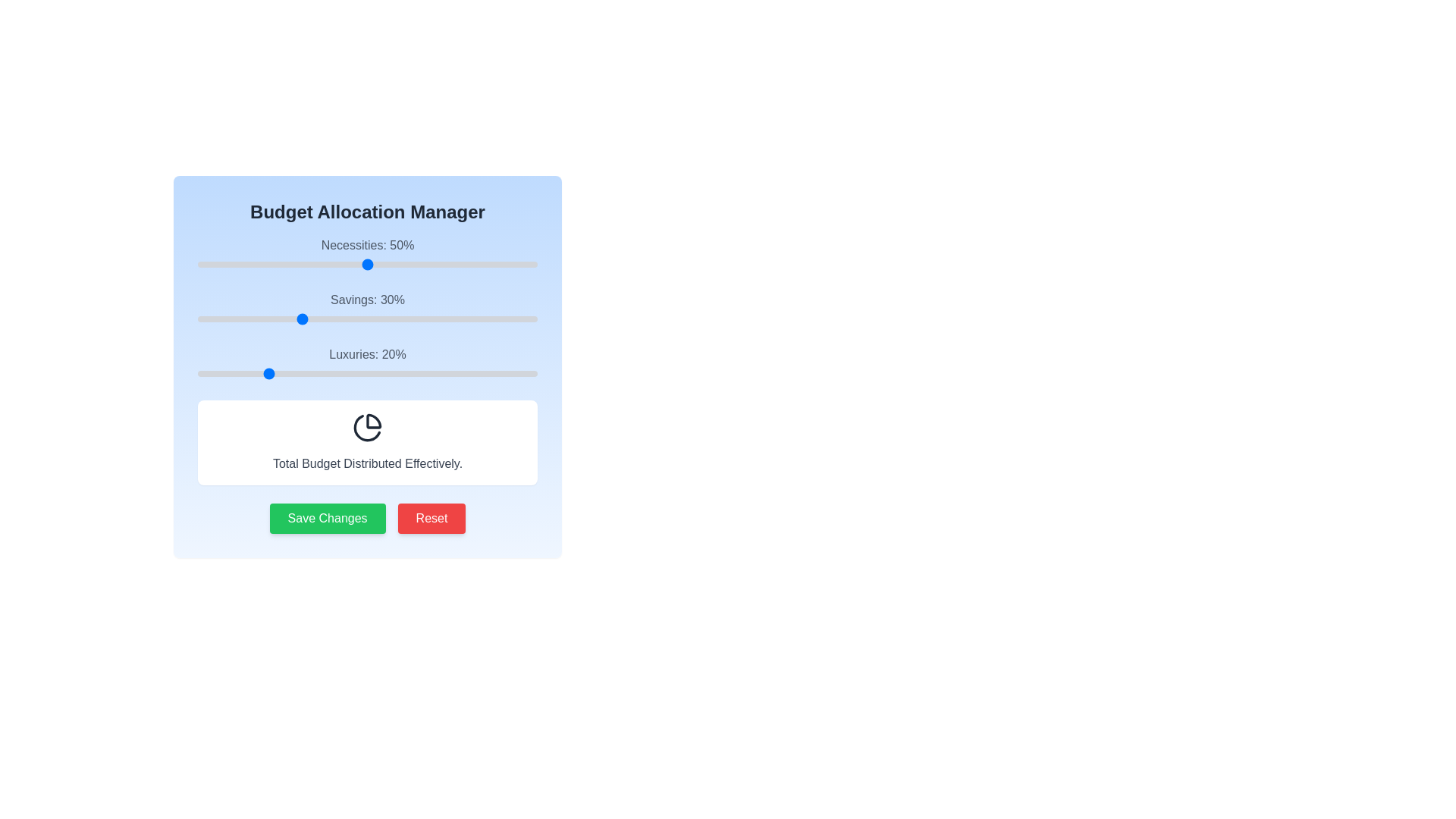  I want to click on the savings percentage, so click(497, 318).